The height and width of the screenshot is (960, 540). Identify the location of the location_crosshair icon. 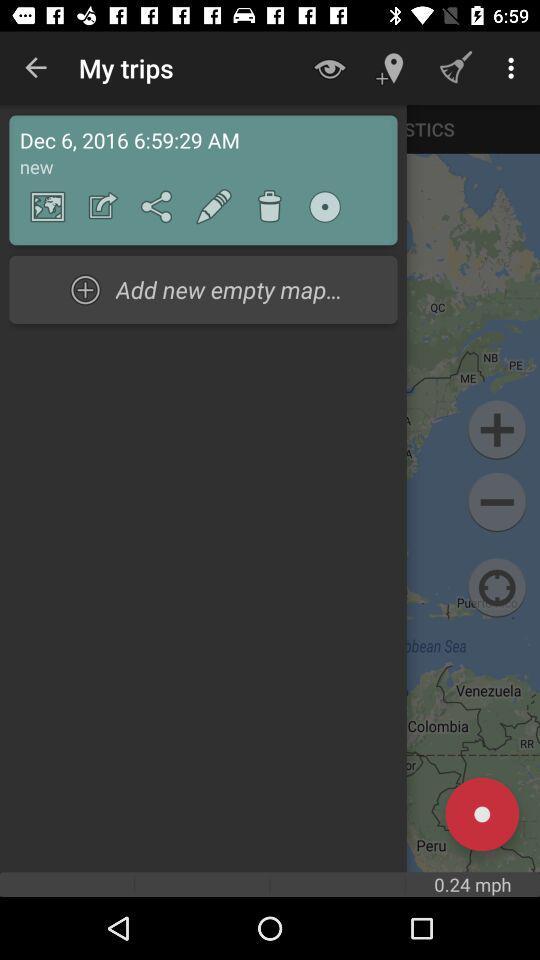
(496, 588).